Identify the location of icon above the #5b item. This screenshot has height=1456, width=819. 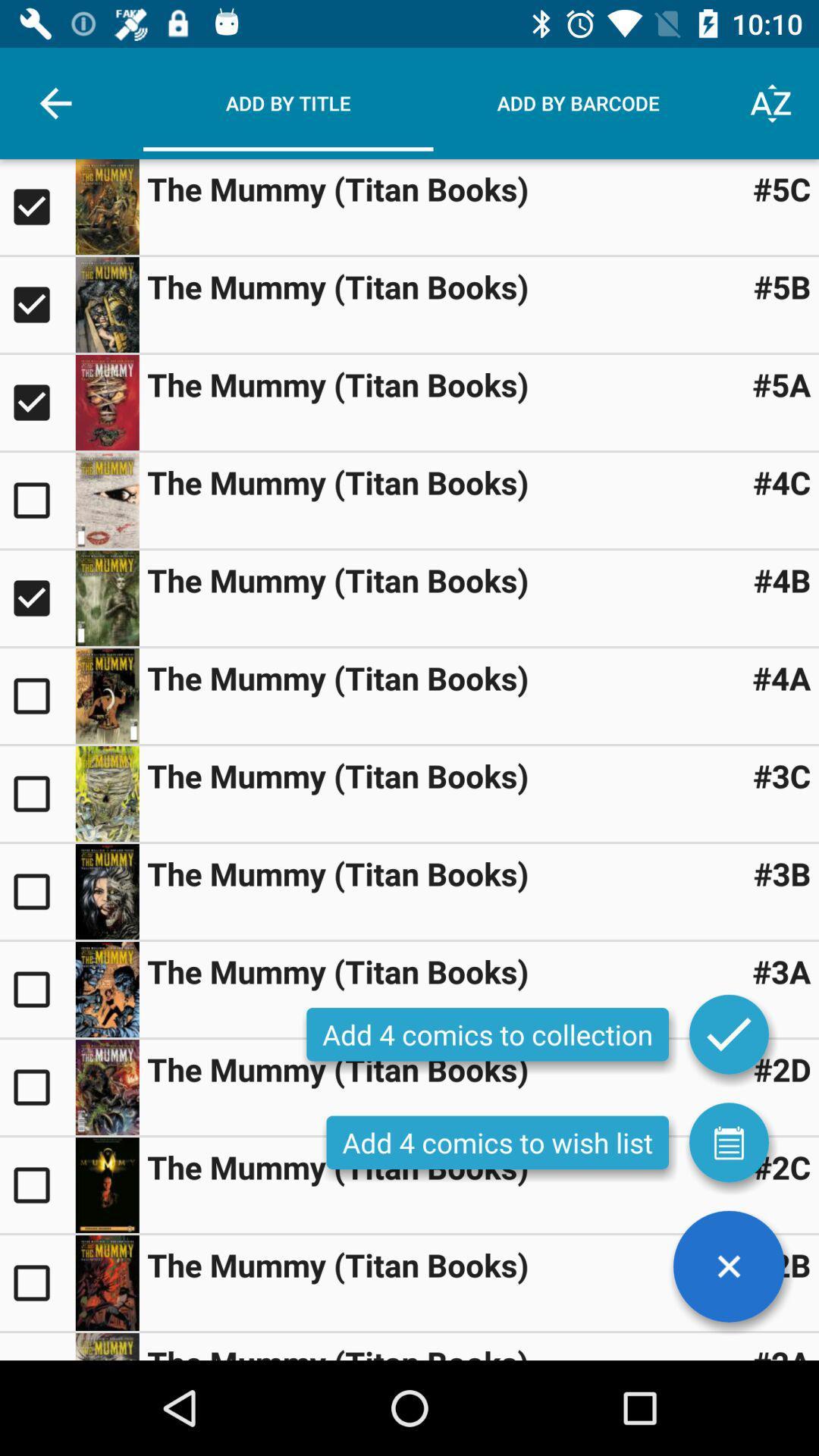
(782, 188).